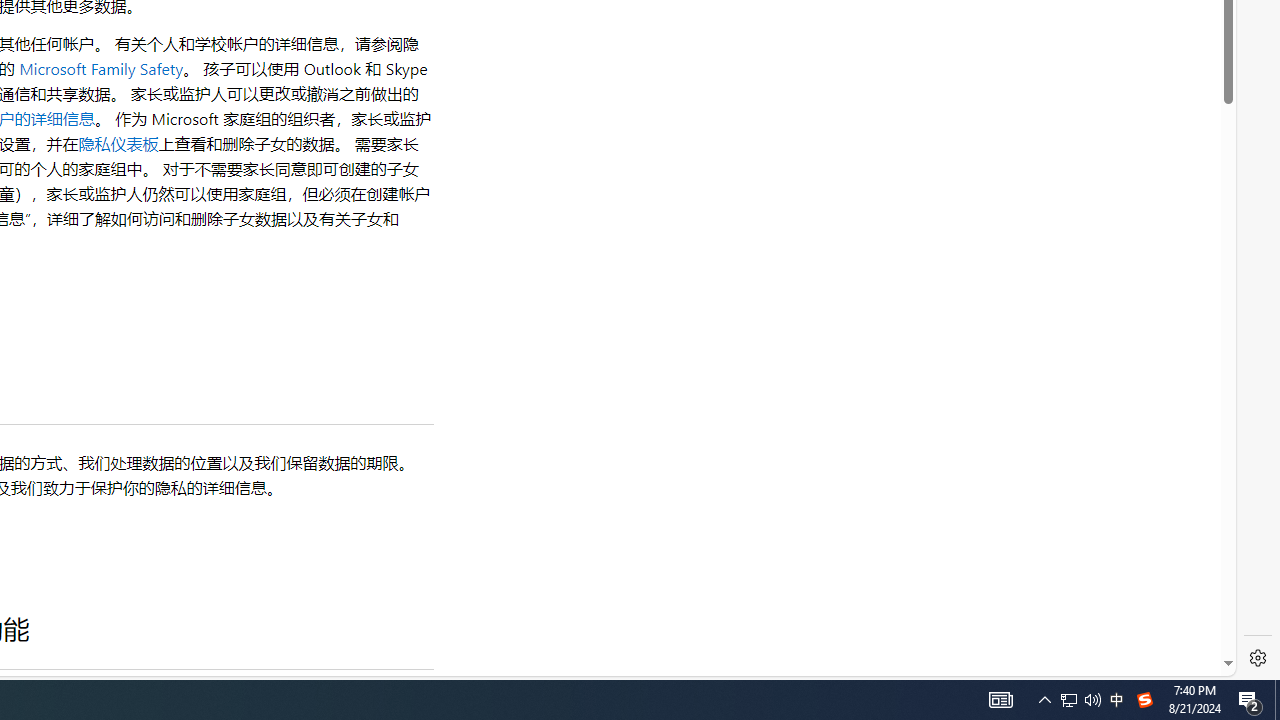  What do you see at coordinates (100, 67) in the screenshot?
I see `'Microsoft Family Safety'` at bounding box center [100, 67].